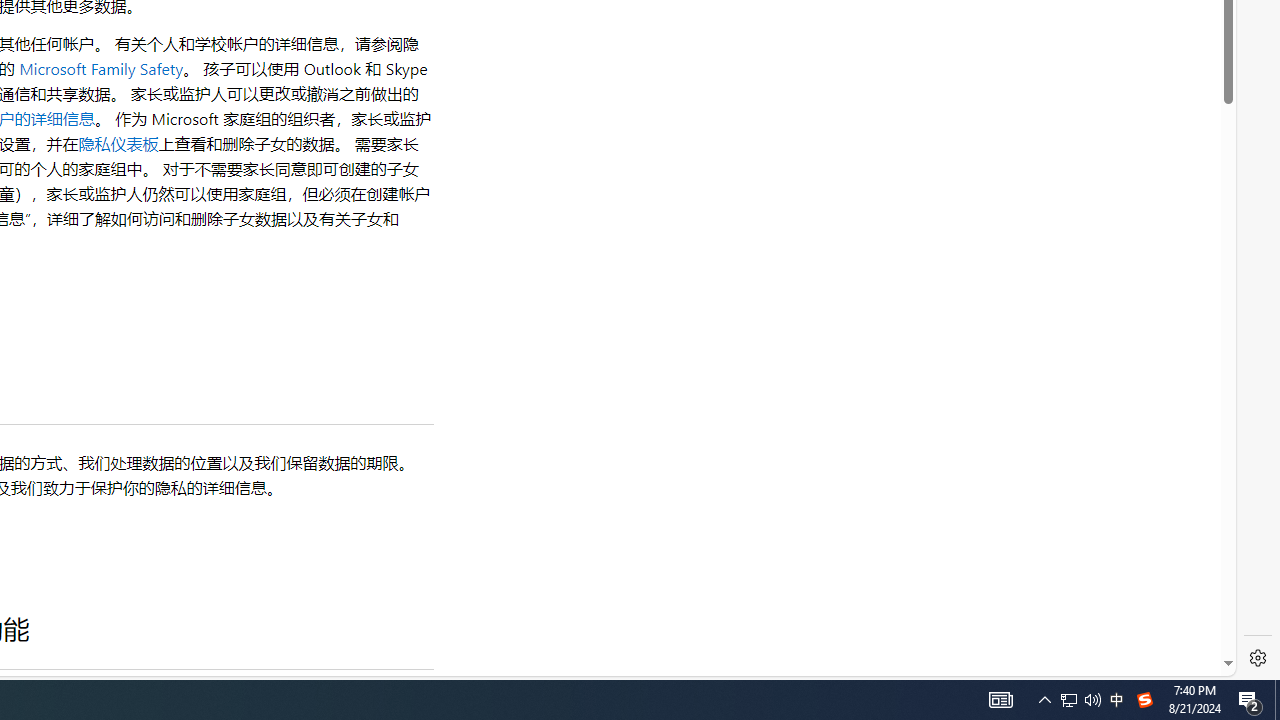  What do you see at coordinates (100, 67) in the screenshot?
I see `'Microsoft Family Safety'` at bounding box center [100, 67].